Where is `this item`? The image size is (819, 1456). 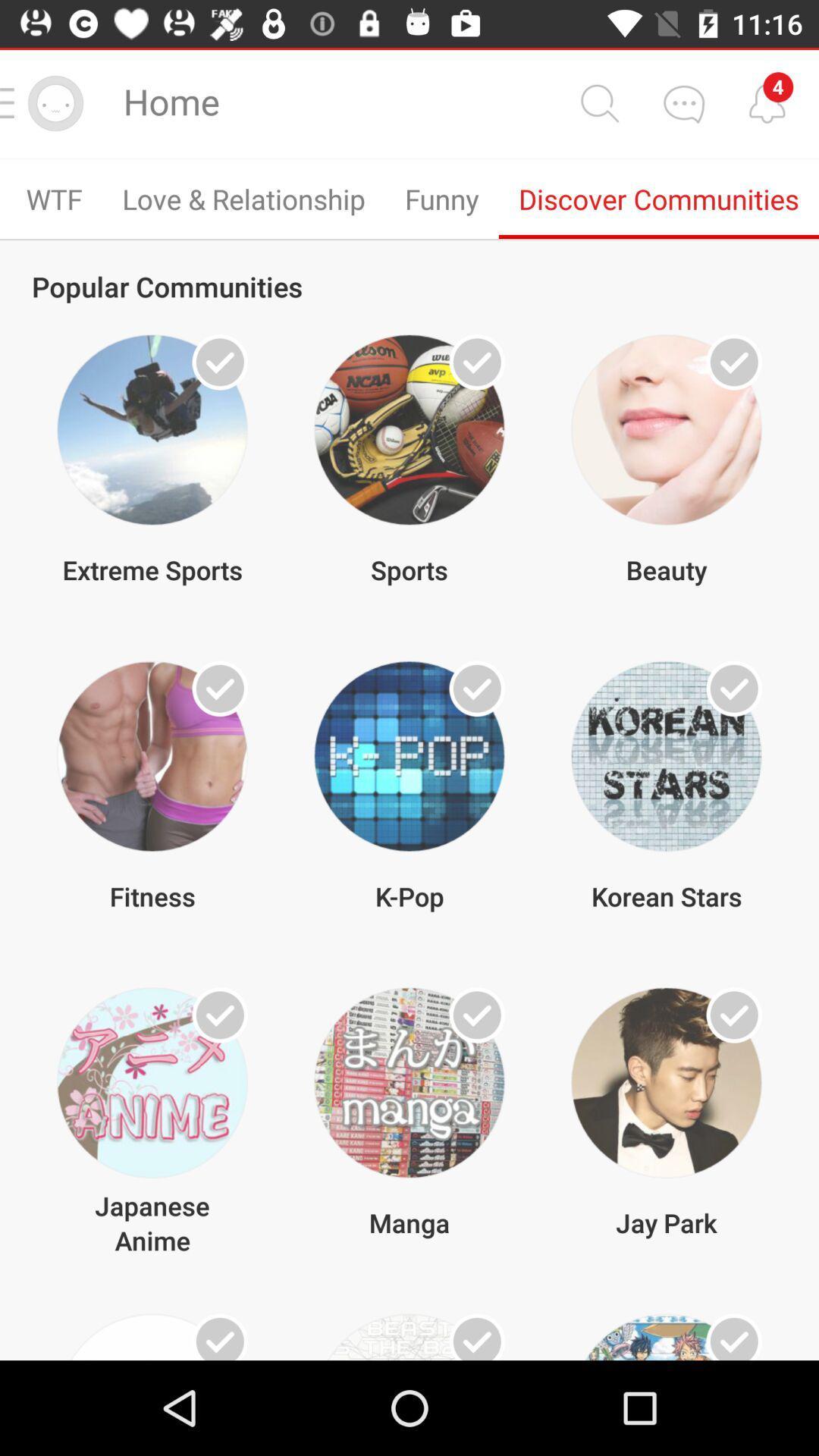
this item is located at coordinates (220, 1337).